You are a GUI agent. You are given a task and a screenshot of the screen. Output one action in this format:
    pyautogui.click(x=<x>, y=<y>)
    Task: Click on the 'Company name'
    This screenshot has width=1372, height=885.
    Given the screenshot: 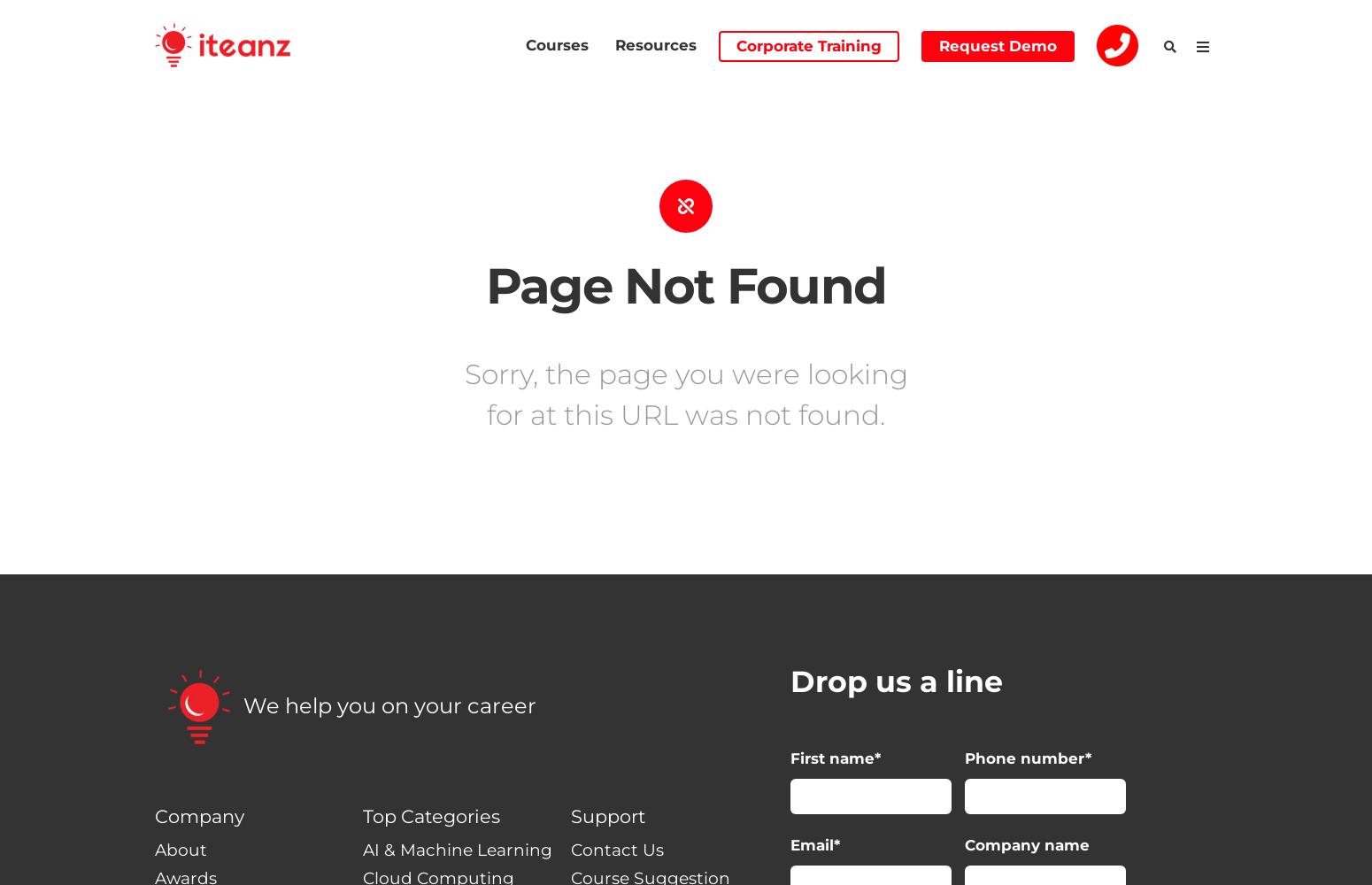 What is the action you would take?
    pyautogui.click(x=1026, y=843)
    